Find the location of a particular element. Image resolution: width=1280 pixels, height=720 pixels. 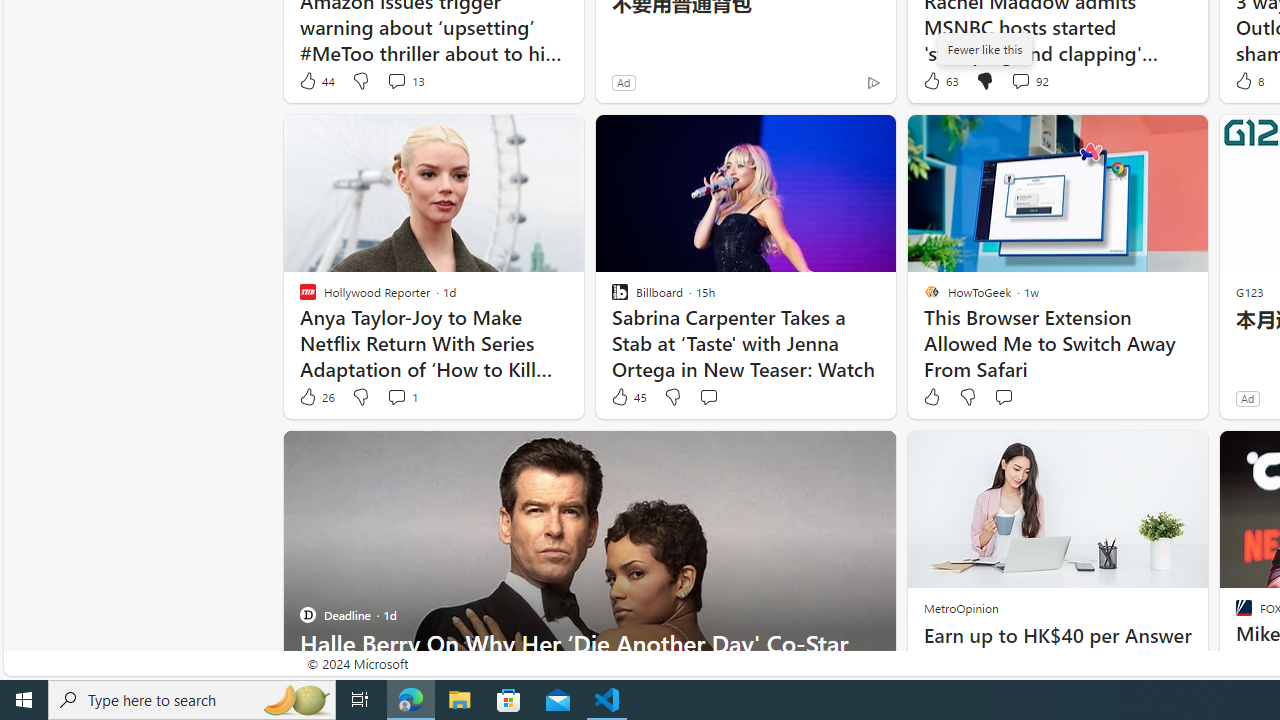

'44 Like' is located at coordinates (315, 80).